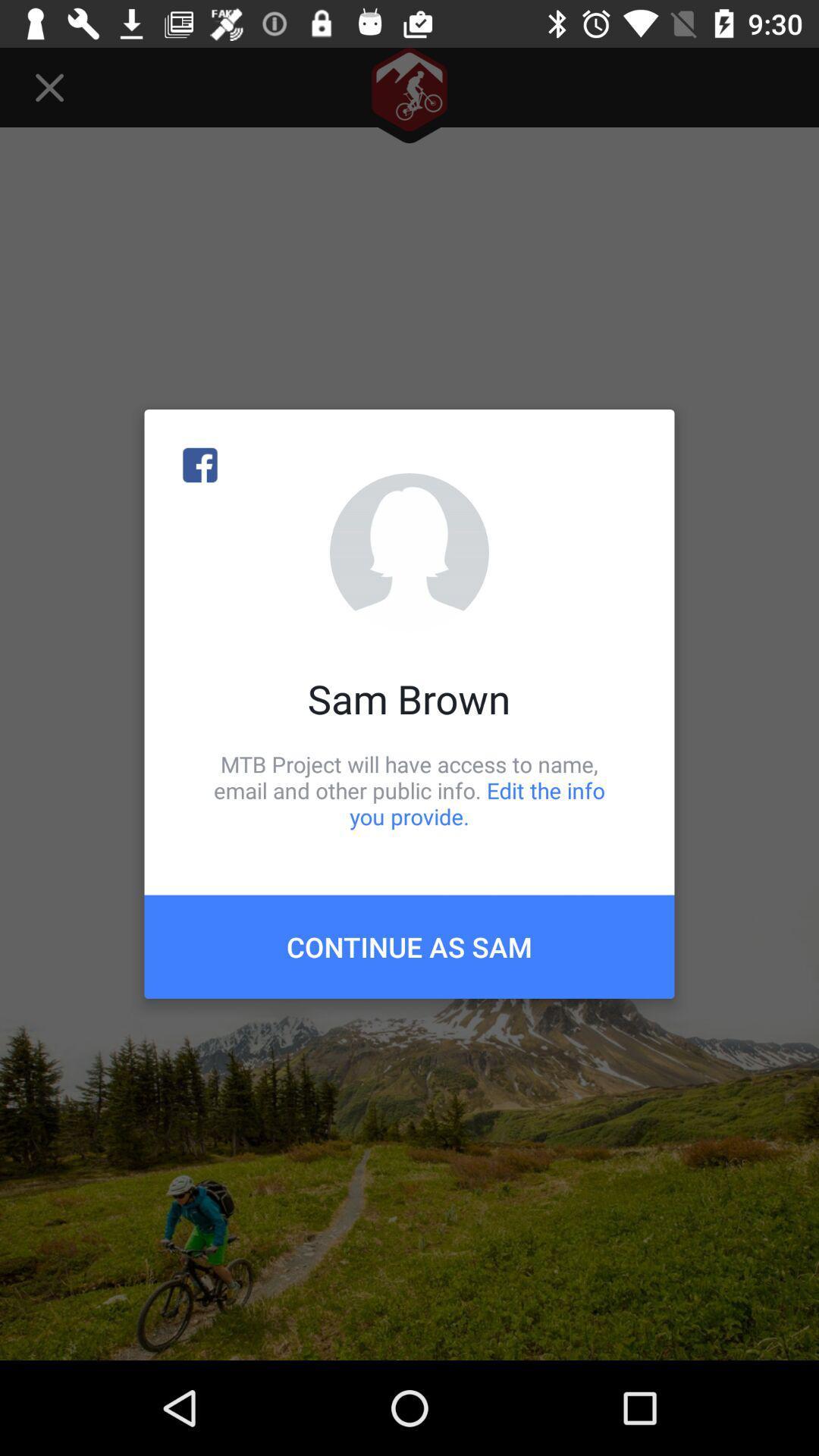 This screenshot has height=1456, width=819. I want to click on continue as sam, so click(409, 946).